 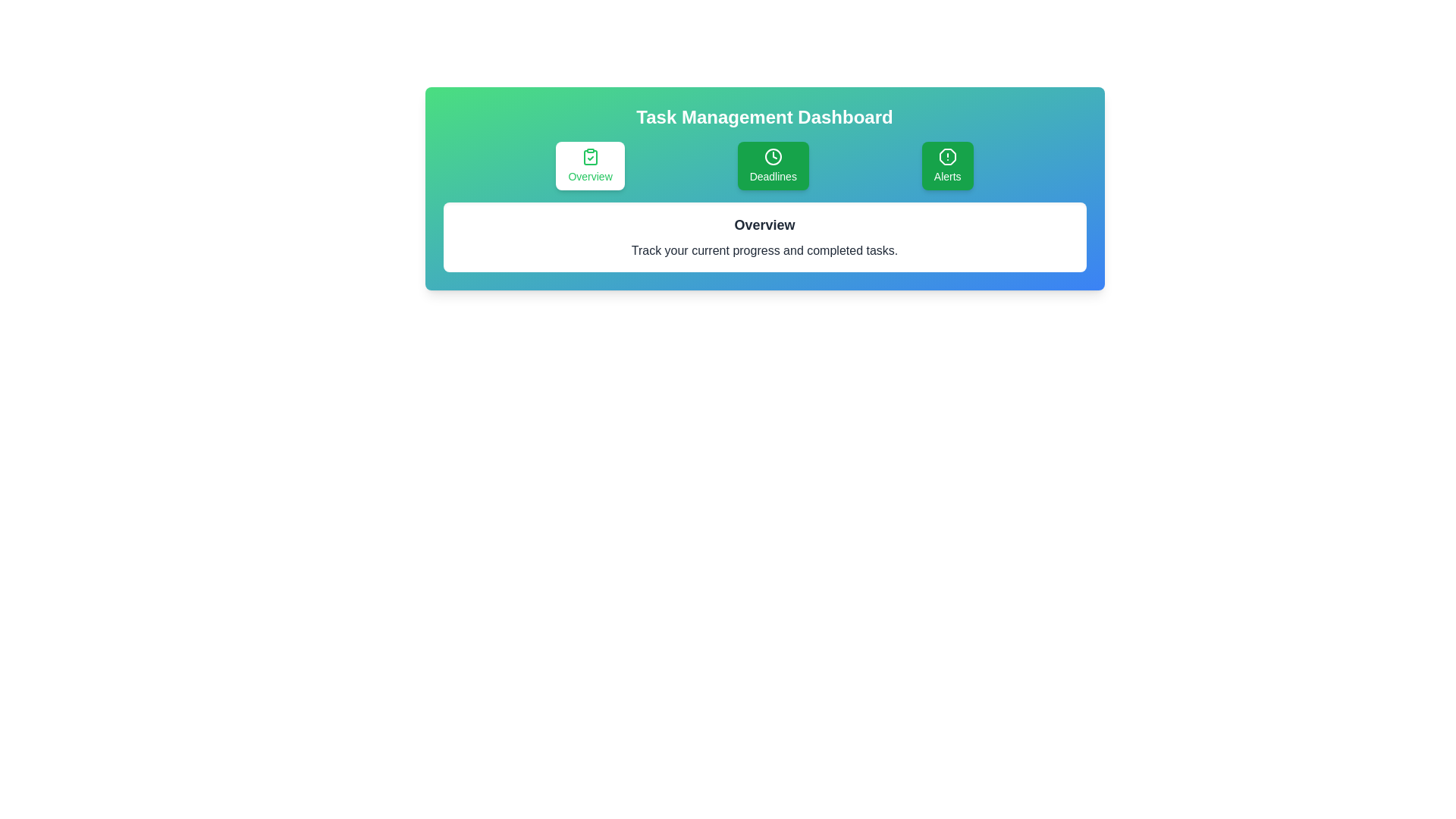 I want to click on the tab labeled 'Deadlines' to observe its hover effect, so click(x=773, y=166).